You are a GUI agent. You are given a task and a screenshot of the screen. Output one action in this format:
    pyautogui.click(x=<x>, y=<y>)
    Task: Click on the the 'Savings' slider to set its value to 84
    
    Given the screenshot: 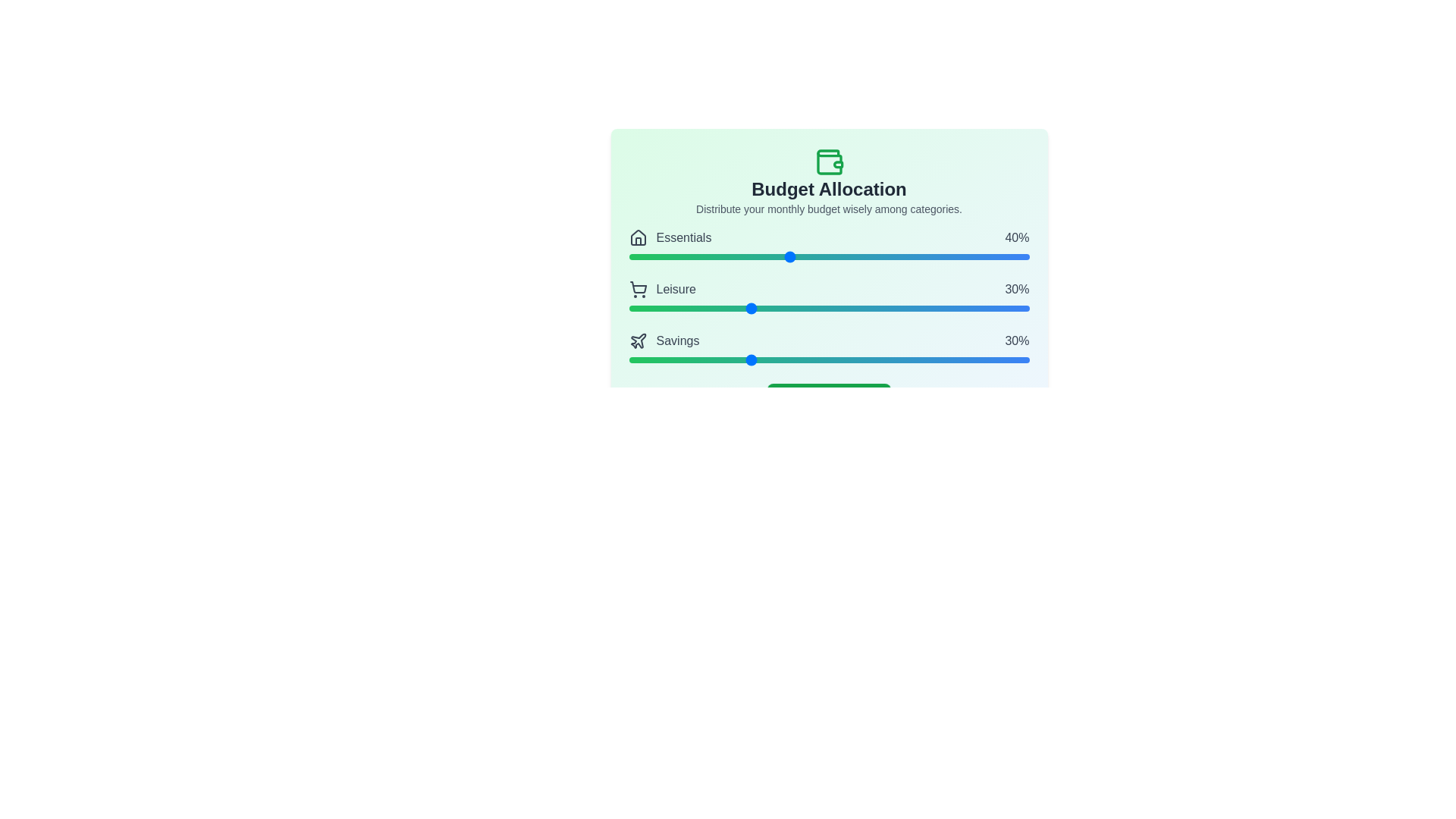 What is the action you would take?
    pyautogui.click(x=964, y=359)
    